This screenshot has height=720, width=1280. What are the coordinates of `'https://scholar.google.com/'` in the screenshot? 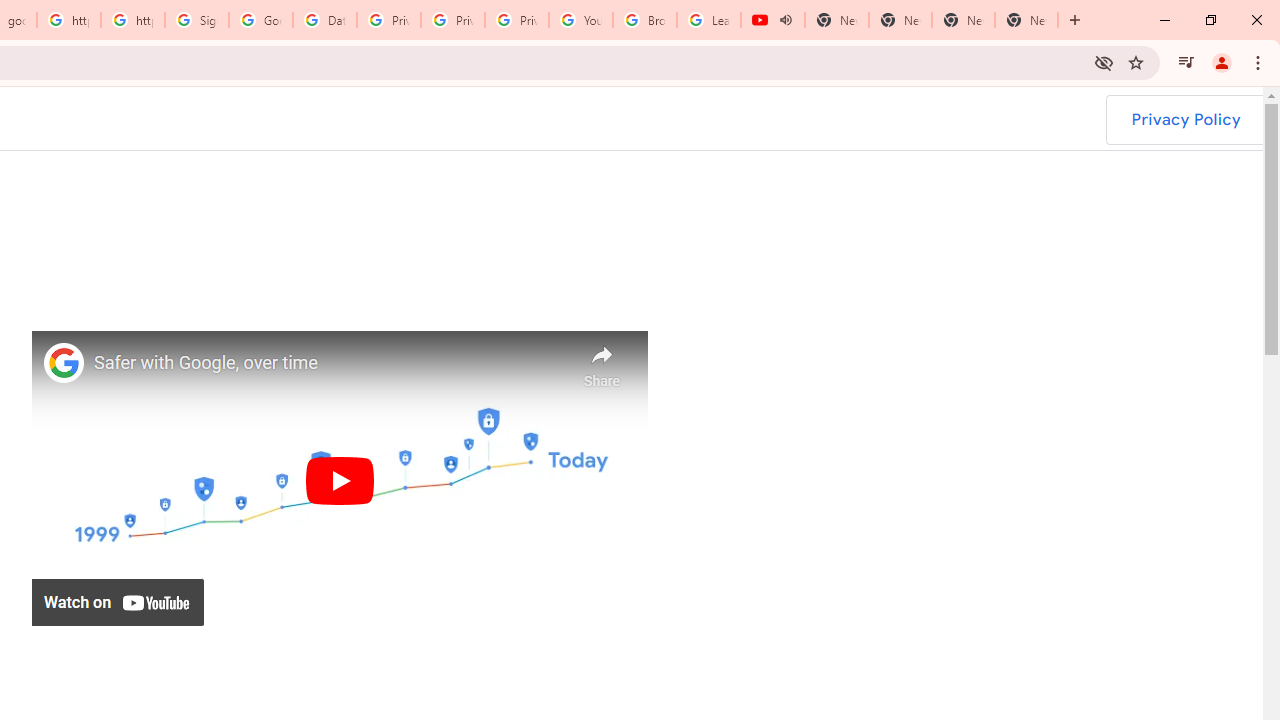 It's located at (69, 20).